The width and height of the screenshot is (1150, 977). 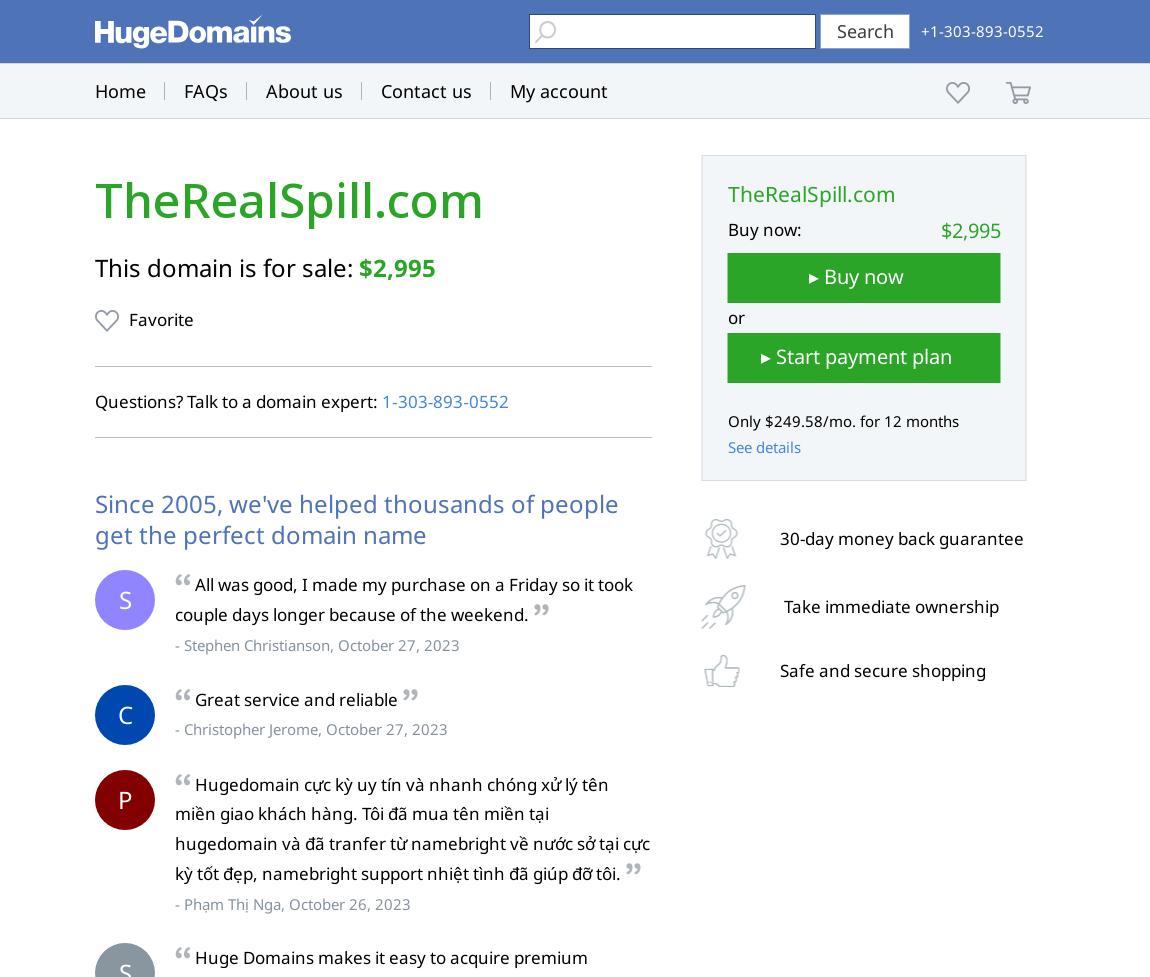 What do you see at coordinates (304, 90) in the screenshot?
I see `'About us'` at bounding box center [304, 90].